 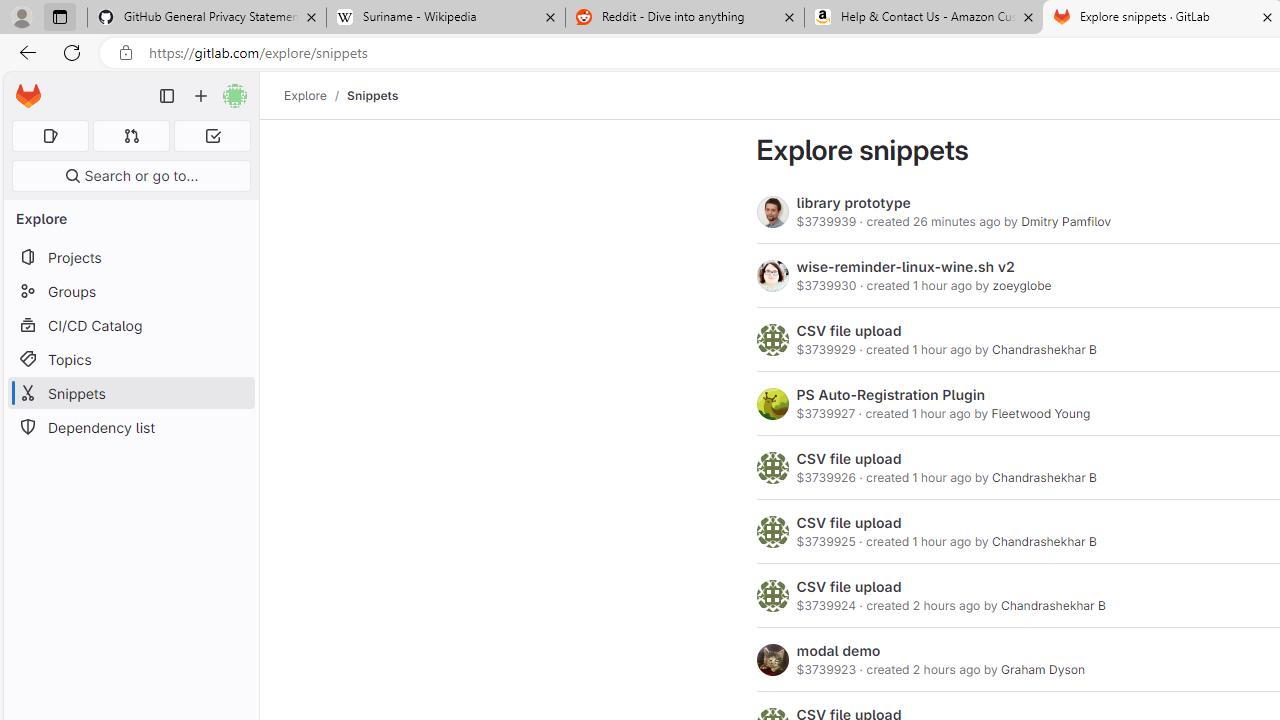 What do you see at coordinates (130, 256) in the screenshot?
I see `'Projects'` at bounding box center [130, 256].